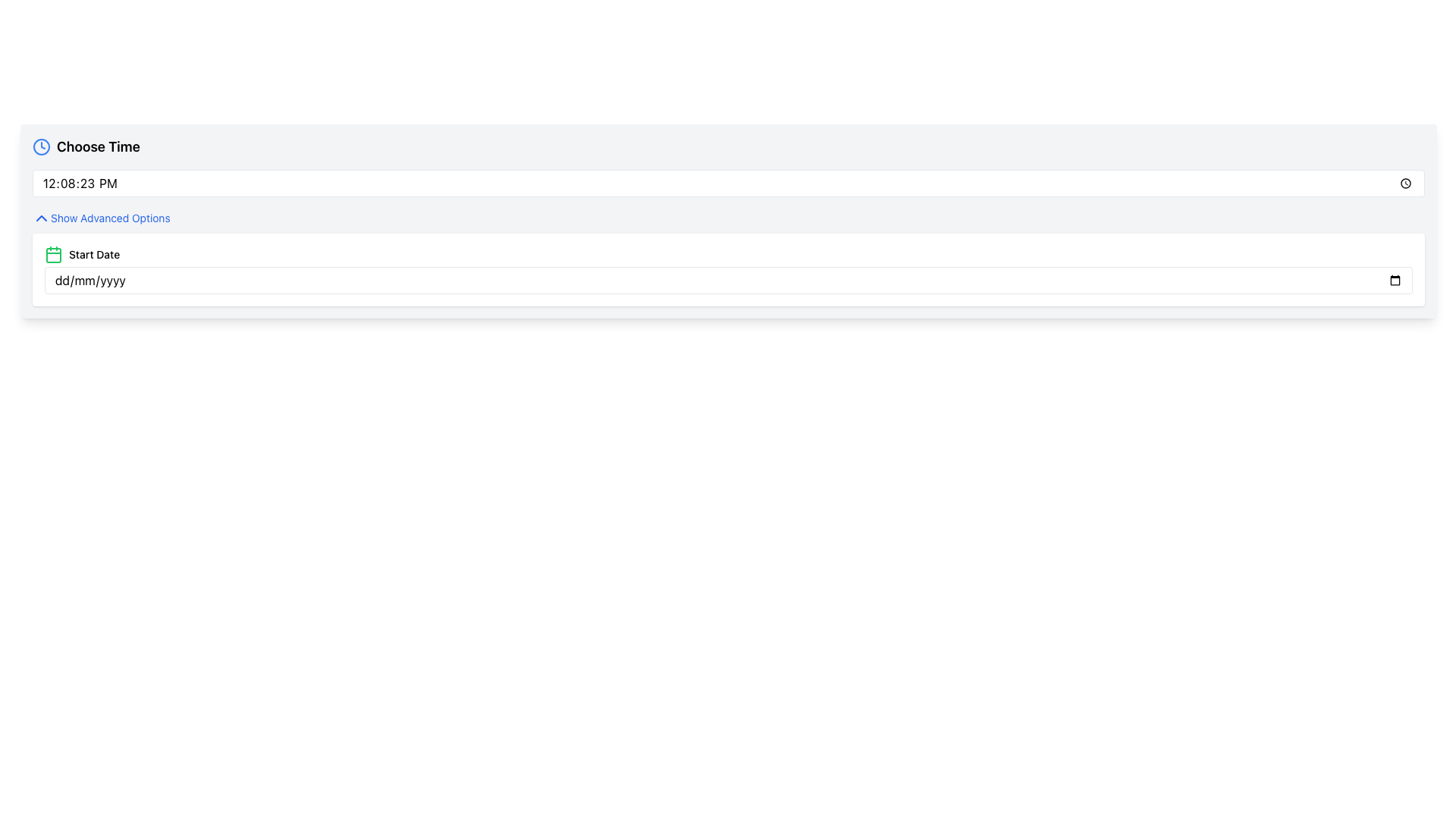 Image resolution: width=1456 pixels, height=819 pixels. I want to click on the calendar icon with a green outline and white background located to the left of the 'Start Date' label, so click(54, 253).